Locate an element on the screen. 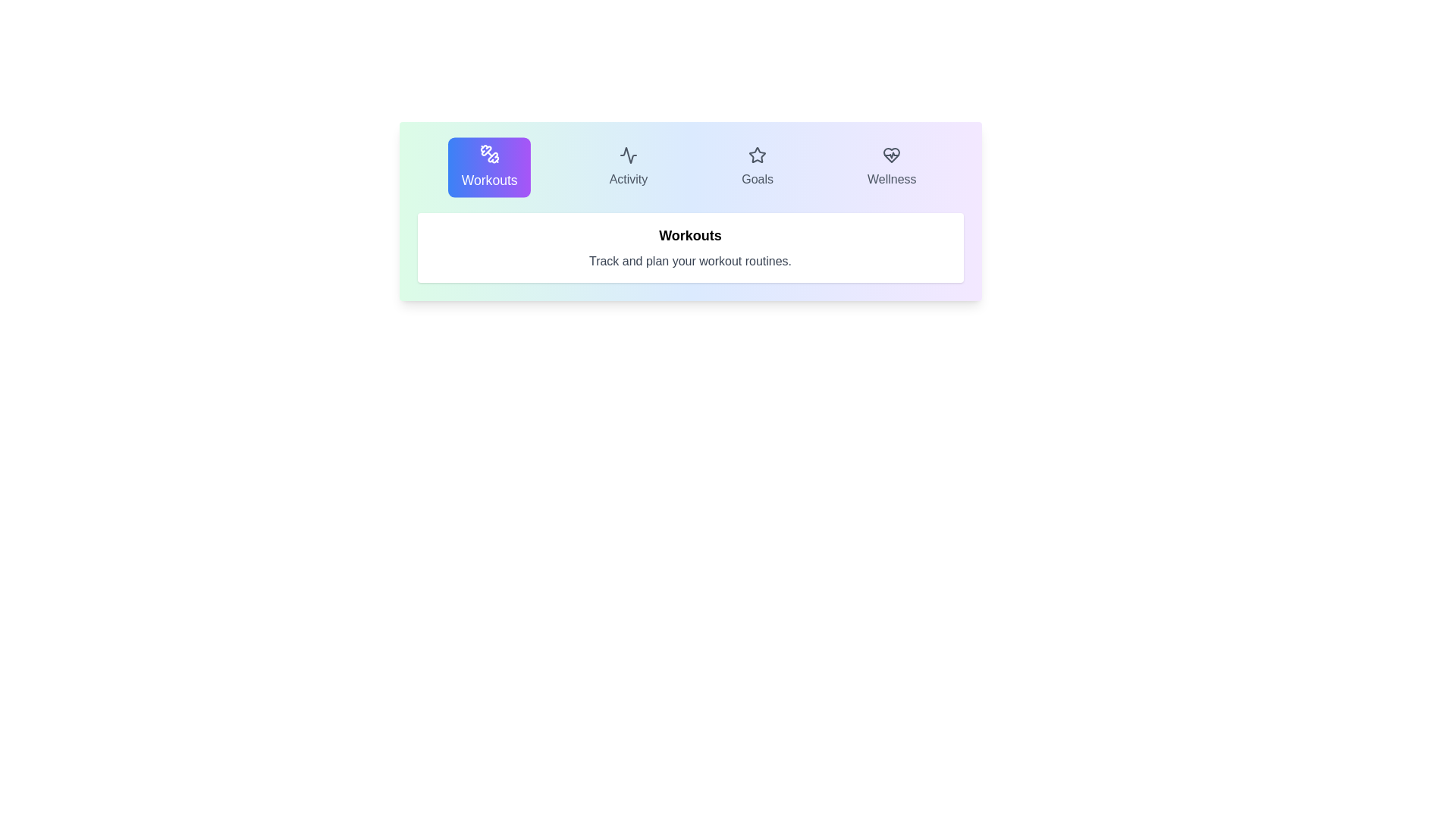  the heart icon with a pulse line in the Wellness section of the navigation bar, located at the top-right of the component is located at coordinates (892, 155).